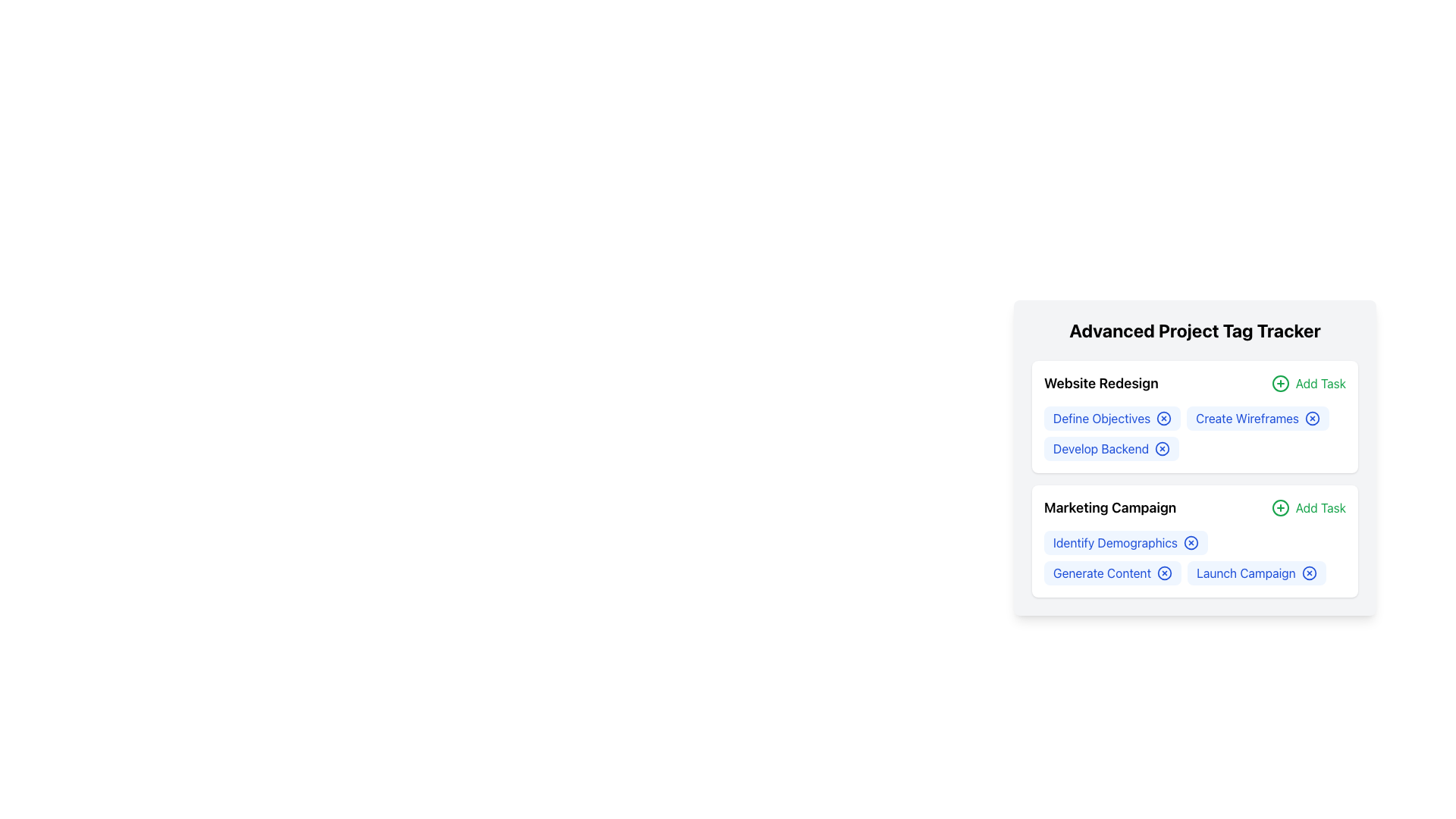 The height and width of the screenshot is (819, 1456). Describe the element at coordinates (1308, 573) in the screenshot. I see `the Close Button icon, which is a small circular icon with a cross in its center, located to the right of the 'Launch Campaign' label within the 'Marketing Campaign' section` at that location.